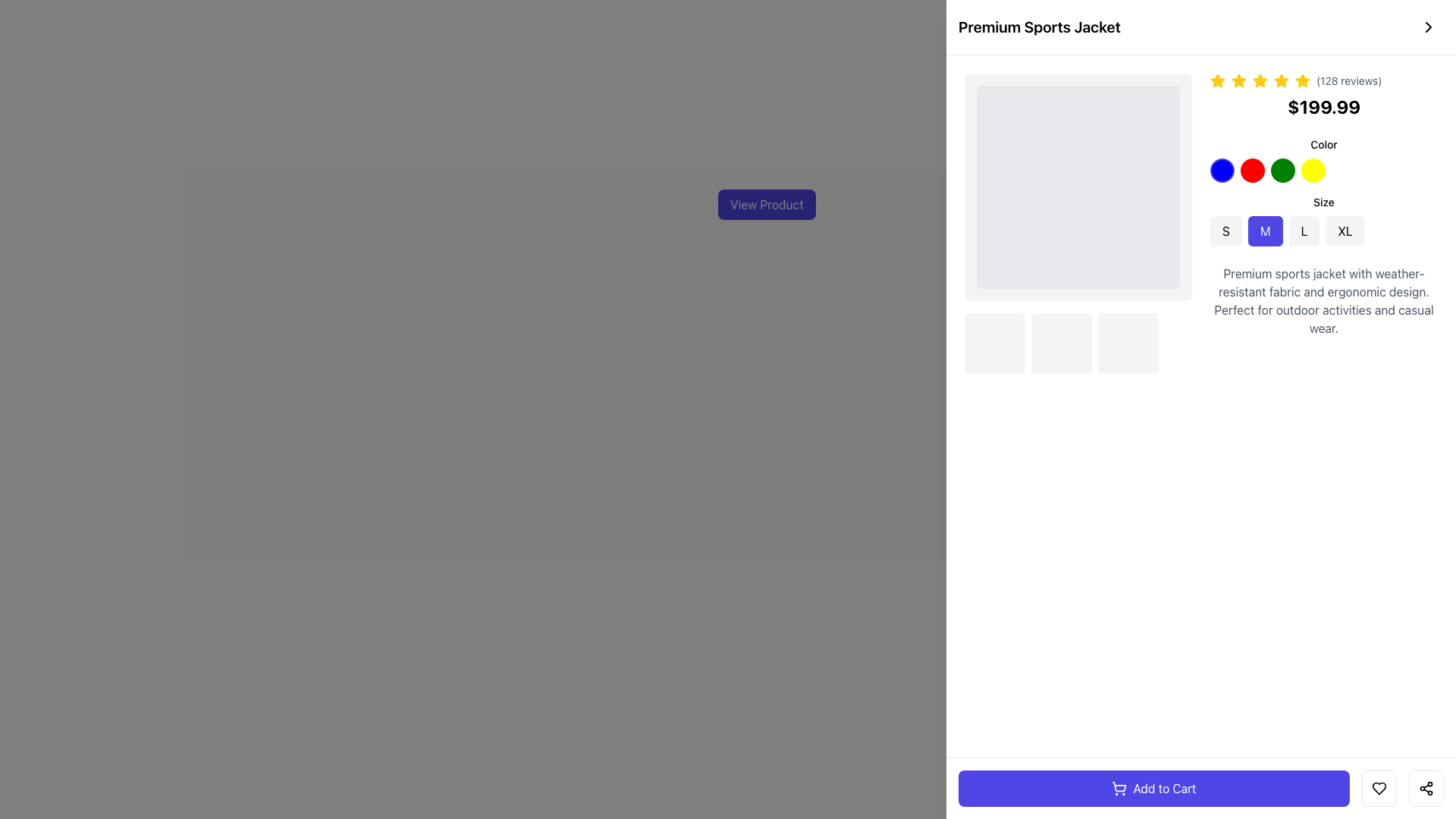  I want to click on the text component displaying '(128 reviews)' in gray, small-sized font located to the right of the five yellow stars, so click(1349, 81).